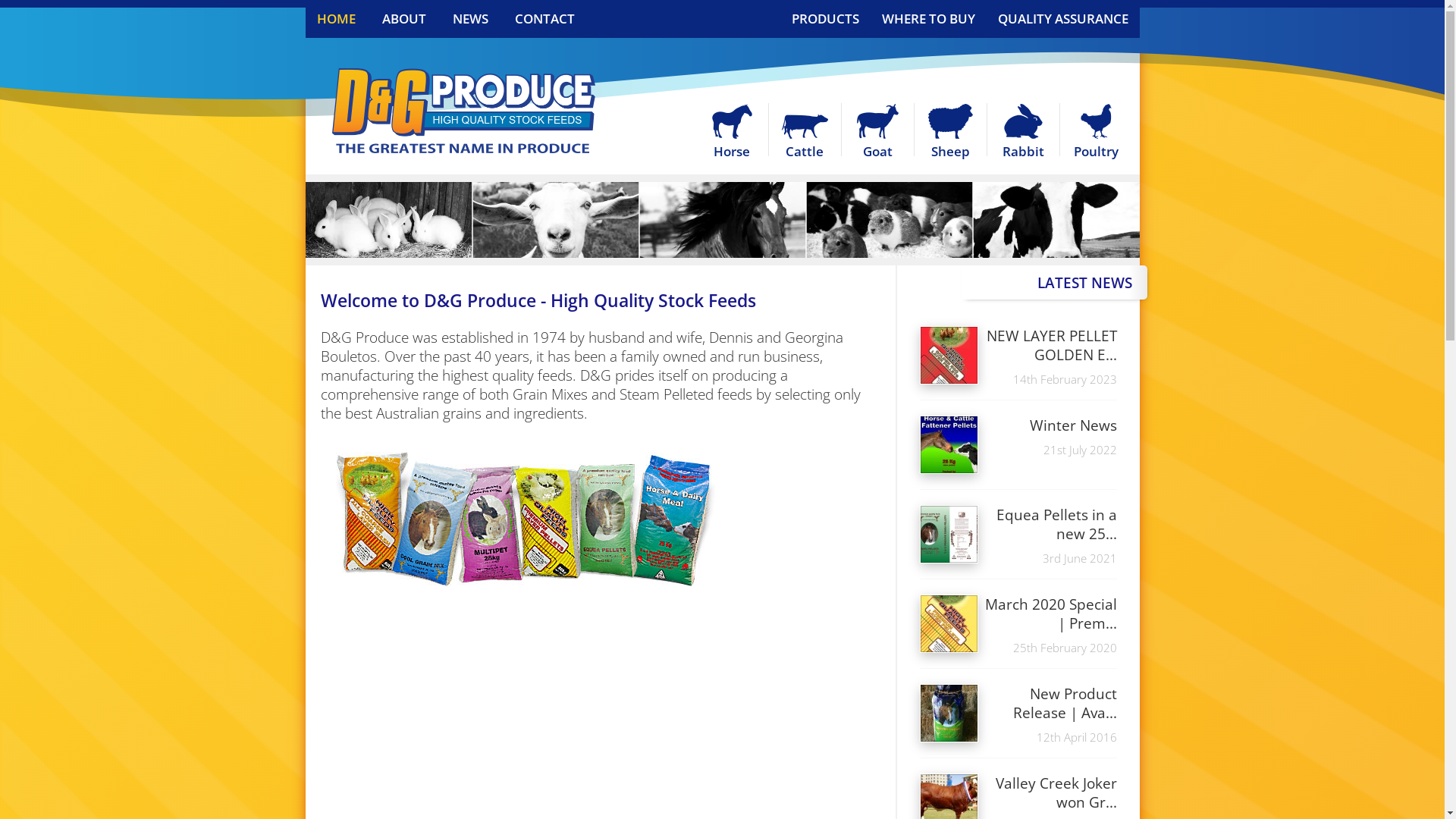 Image resolution: width=1456 pixels, height=819 pixels. I want to click on 'Poultry', so click(1096, 131).